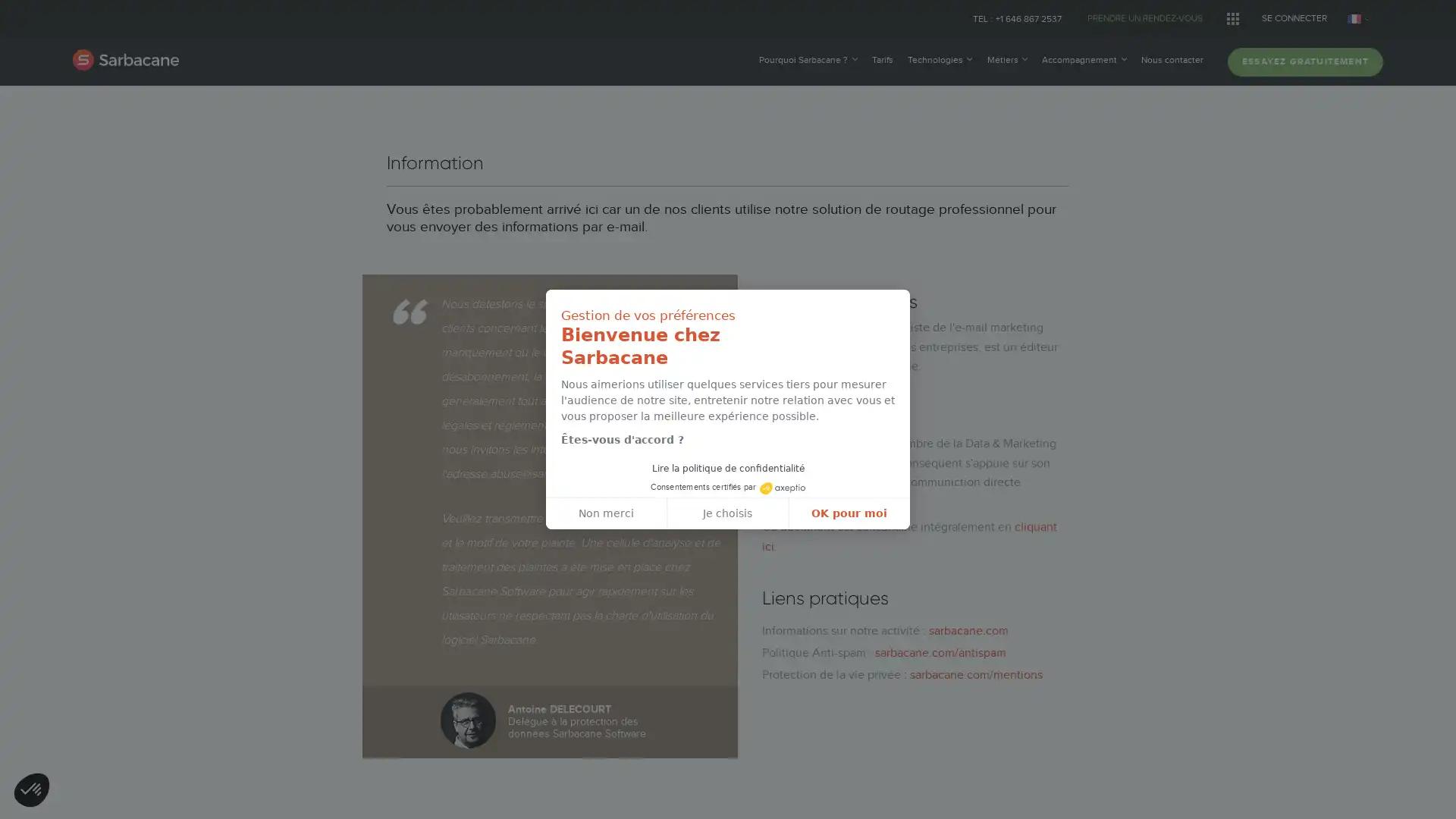  What do you see at coordinates (728, 513) in the screenshot?
I see `Je choisis` at bounding box center [728, 513].